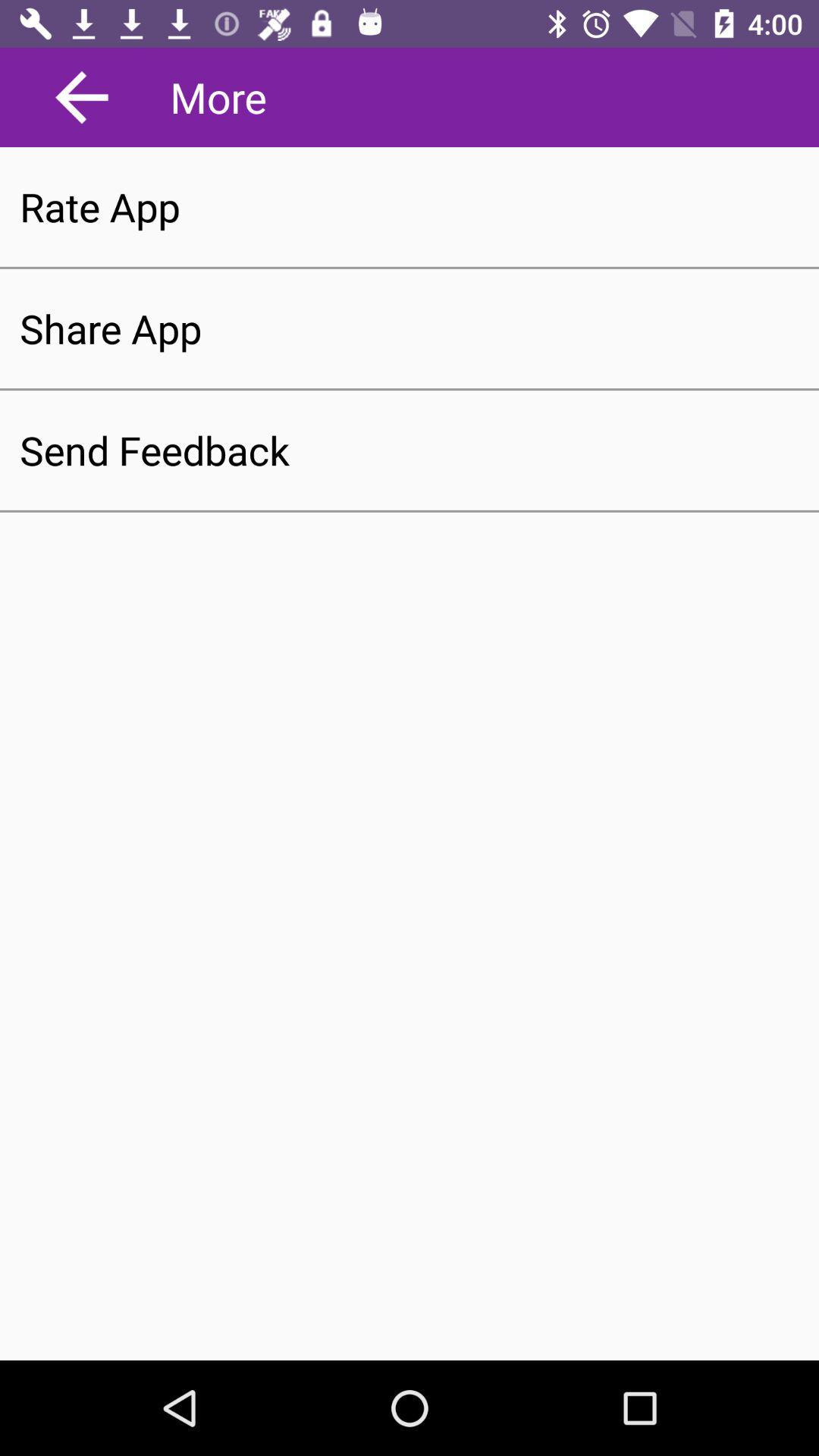 Image resolution: width=819 pixels, height=1456 pixels. I want to click on the rate app item, so click(409, 206).